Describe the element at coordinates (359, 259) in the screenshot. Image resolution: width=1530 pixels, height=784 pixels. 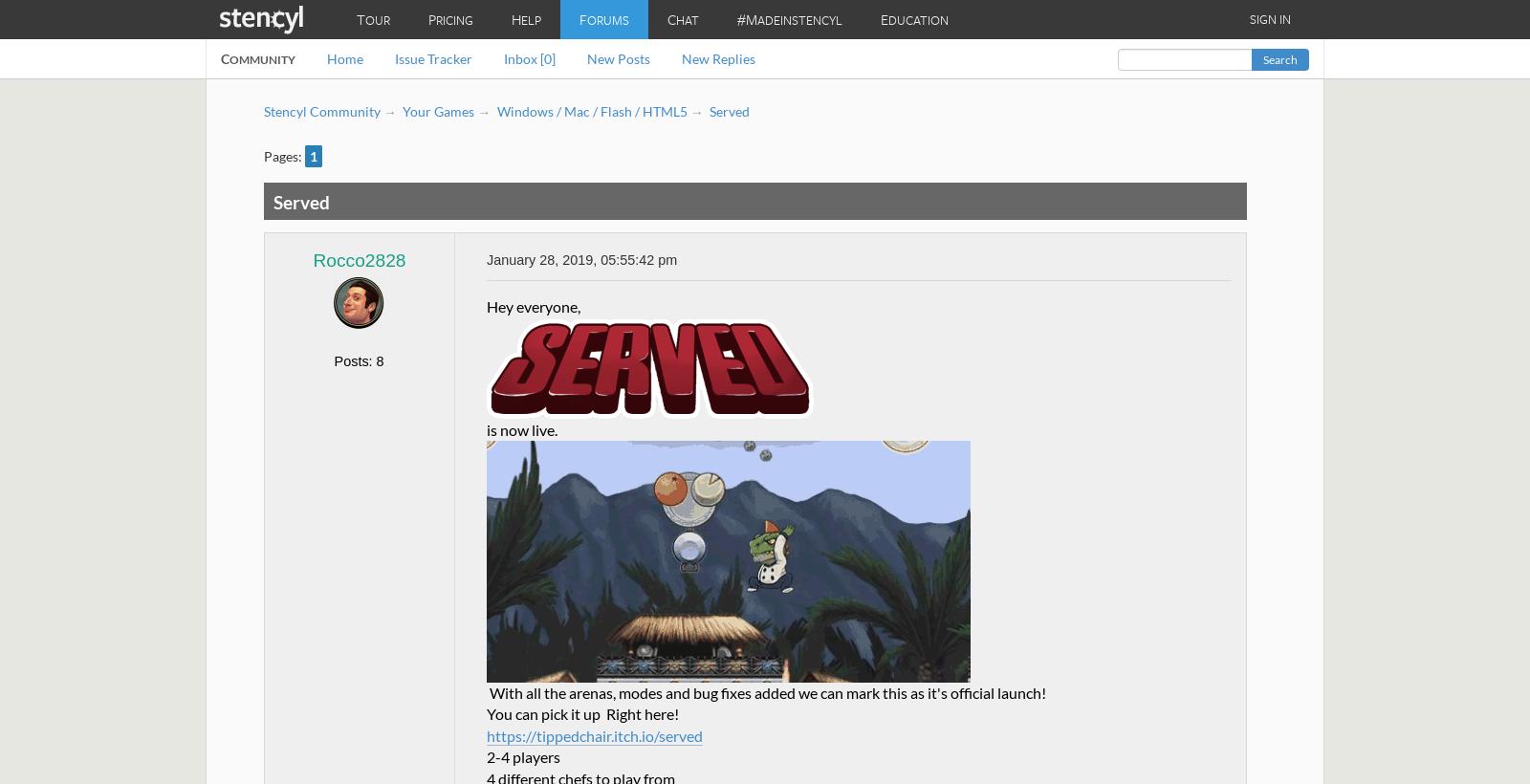
I see `'Rocco2828'` at that location.